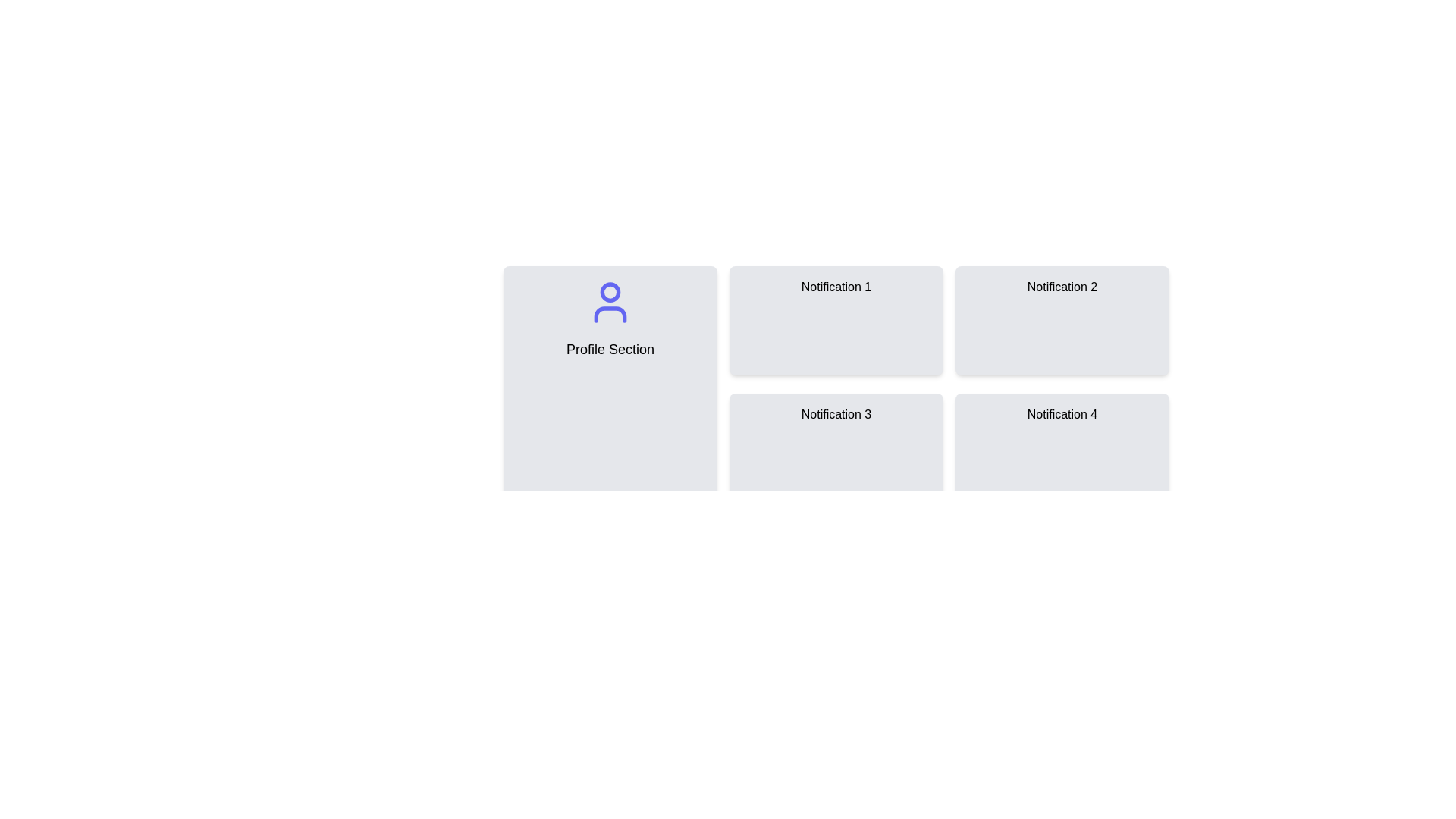 The height and width of the screenshot is (819, 1456). I want to click on the decorative shape below the circular head portion of the user profile icon in the Profile Section, so click(610, 314).